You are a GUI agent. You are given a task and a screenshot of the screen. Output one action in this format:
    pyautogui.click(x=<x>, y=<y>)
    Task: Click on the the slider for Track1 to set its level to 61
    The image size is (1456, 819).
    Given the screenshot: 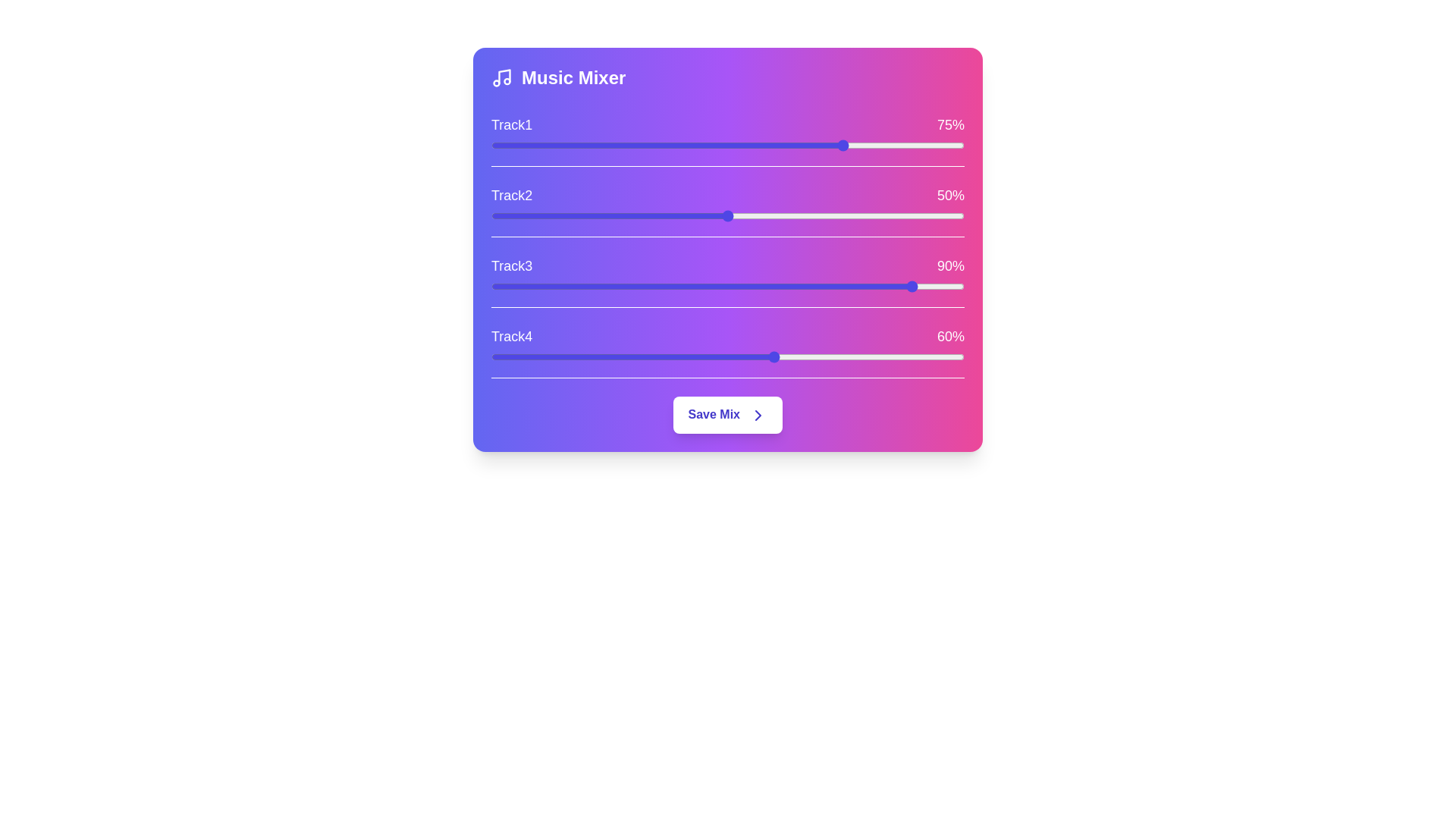 What is the action you would take?
    pyautogui.click(x=780, y=146)
    